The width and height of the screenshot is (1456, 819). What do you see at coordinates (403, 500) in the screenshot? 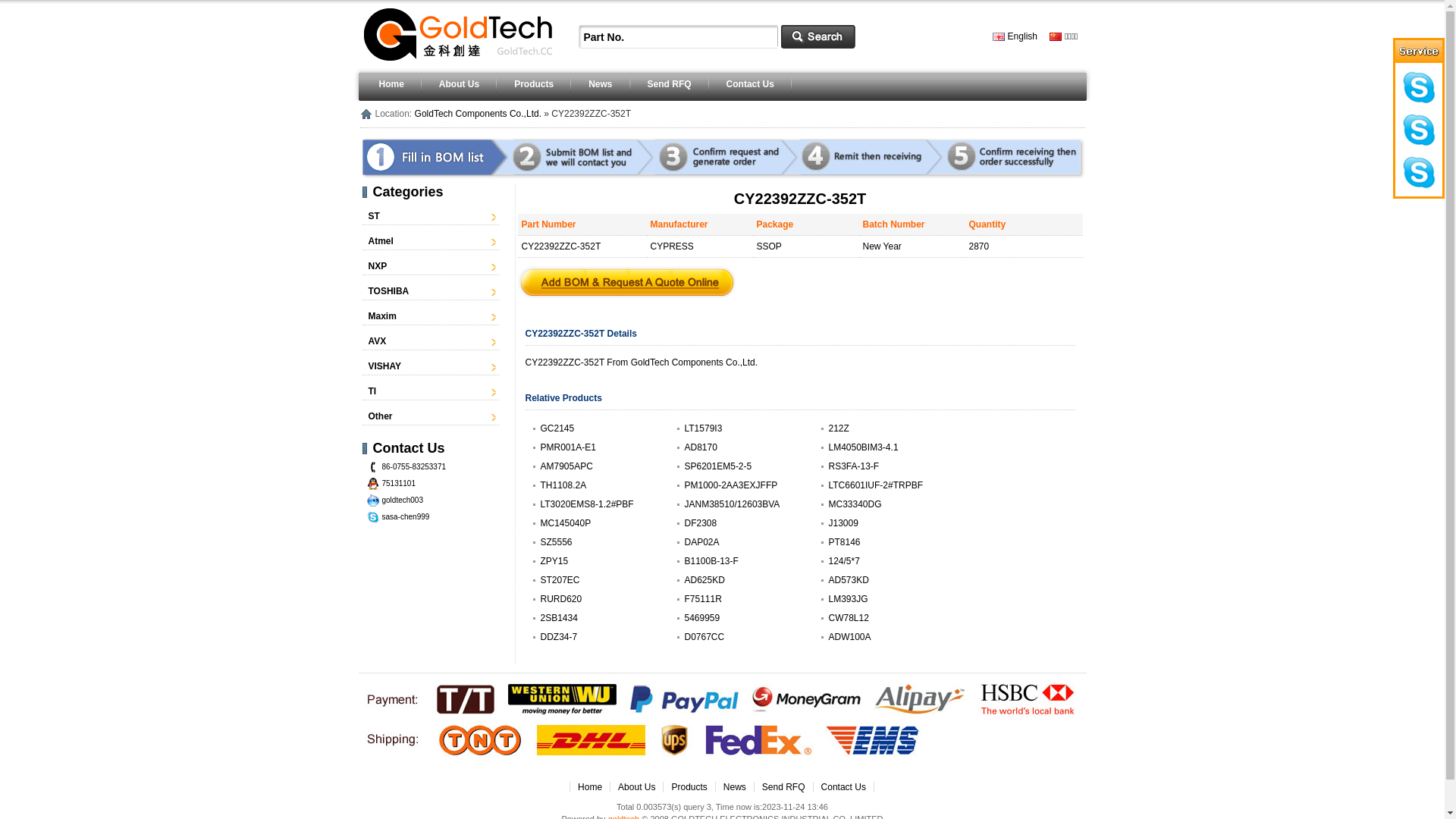
I see `'goldtech003'` at bounding box center [403, 500].